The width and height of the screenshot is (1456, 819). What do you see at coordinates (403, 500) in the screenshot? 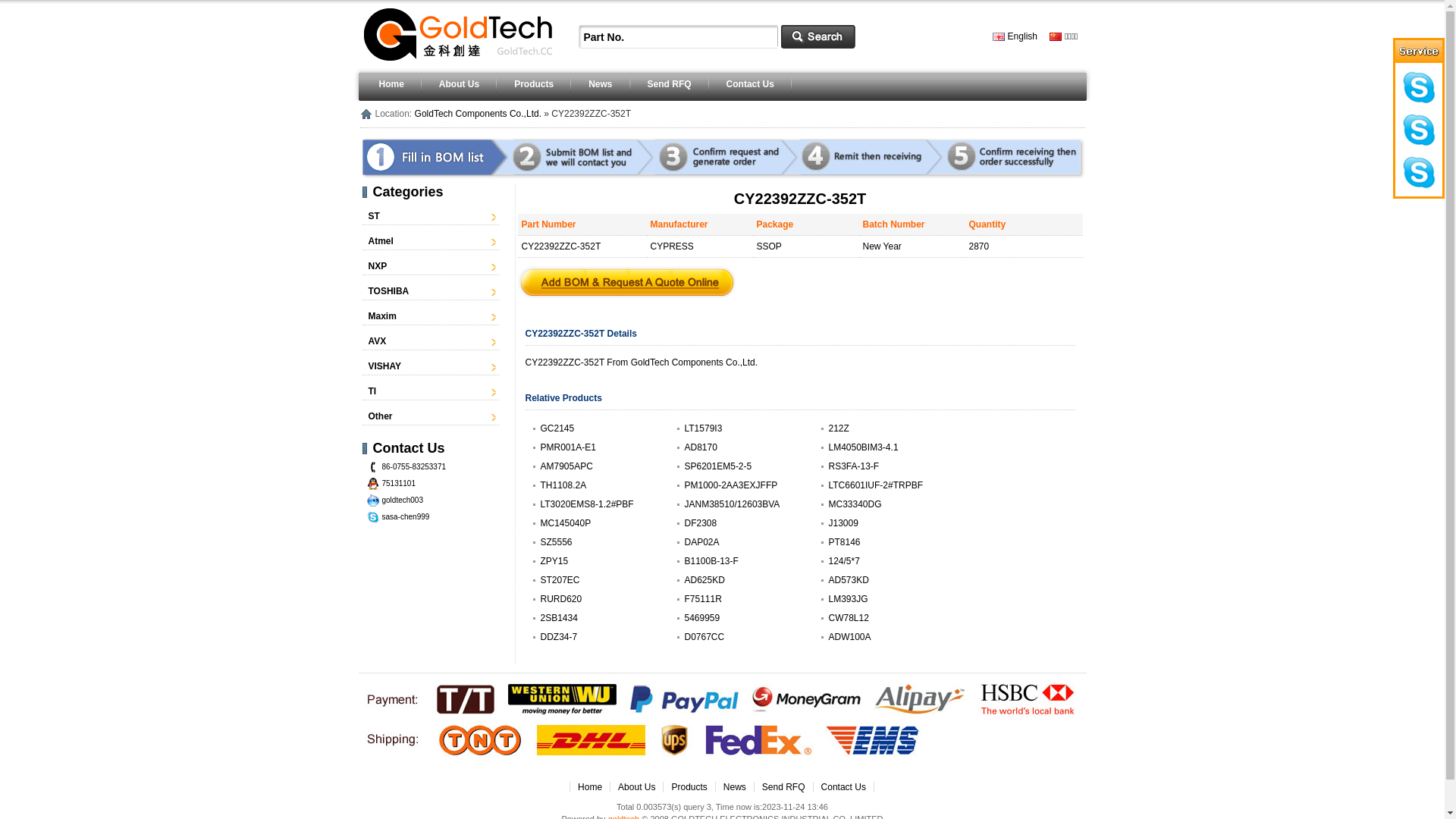
I see `'goldtech003'` at bounding box center [403, 500].